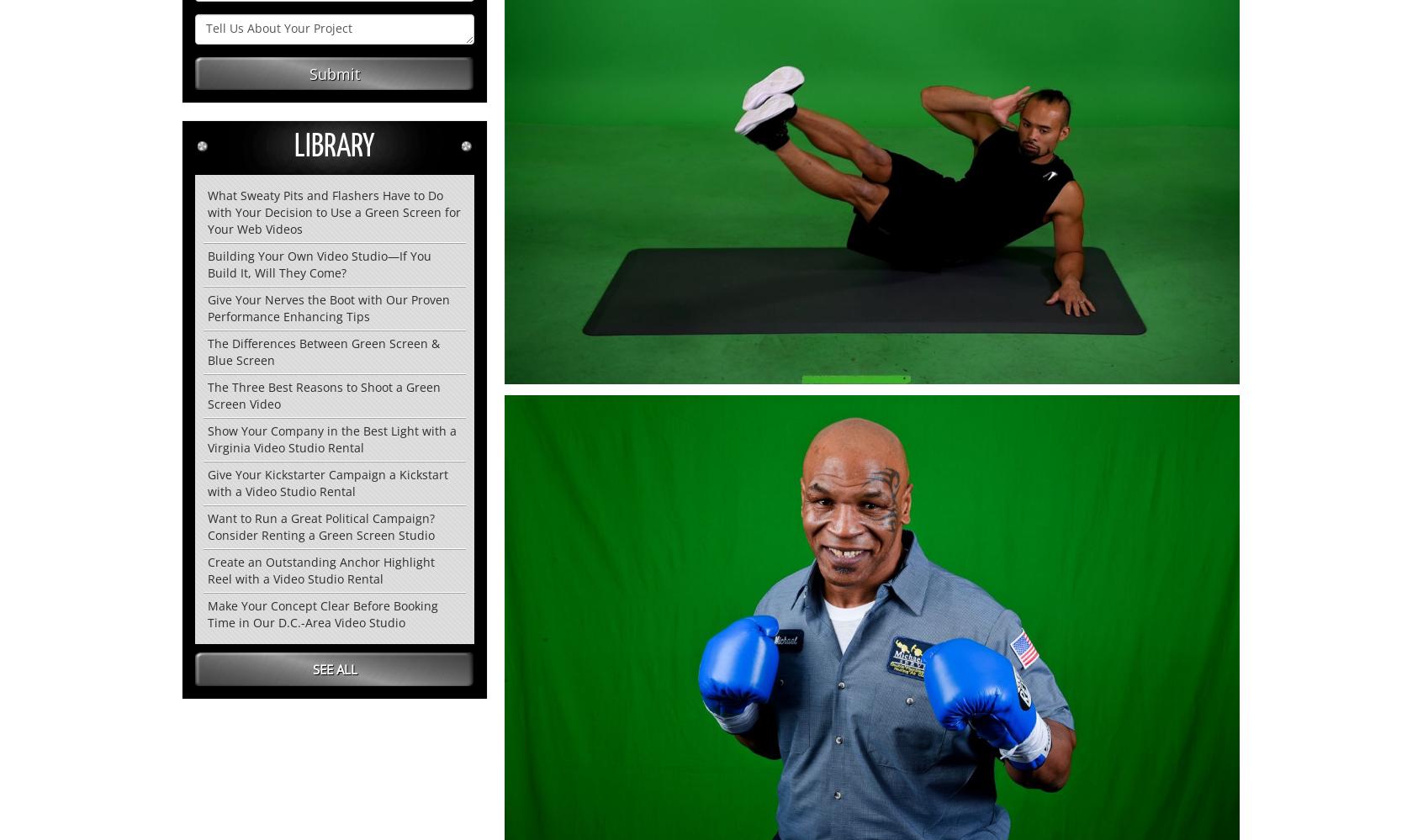 Image resolution: width=1423 pixels, height=840 pixels. I want to click on 'Create an Outstanding Anchor Highlight Reel with a Video Studio Rental', so click(321, 570).